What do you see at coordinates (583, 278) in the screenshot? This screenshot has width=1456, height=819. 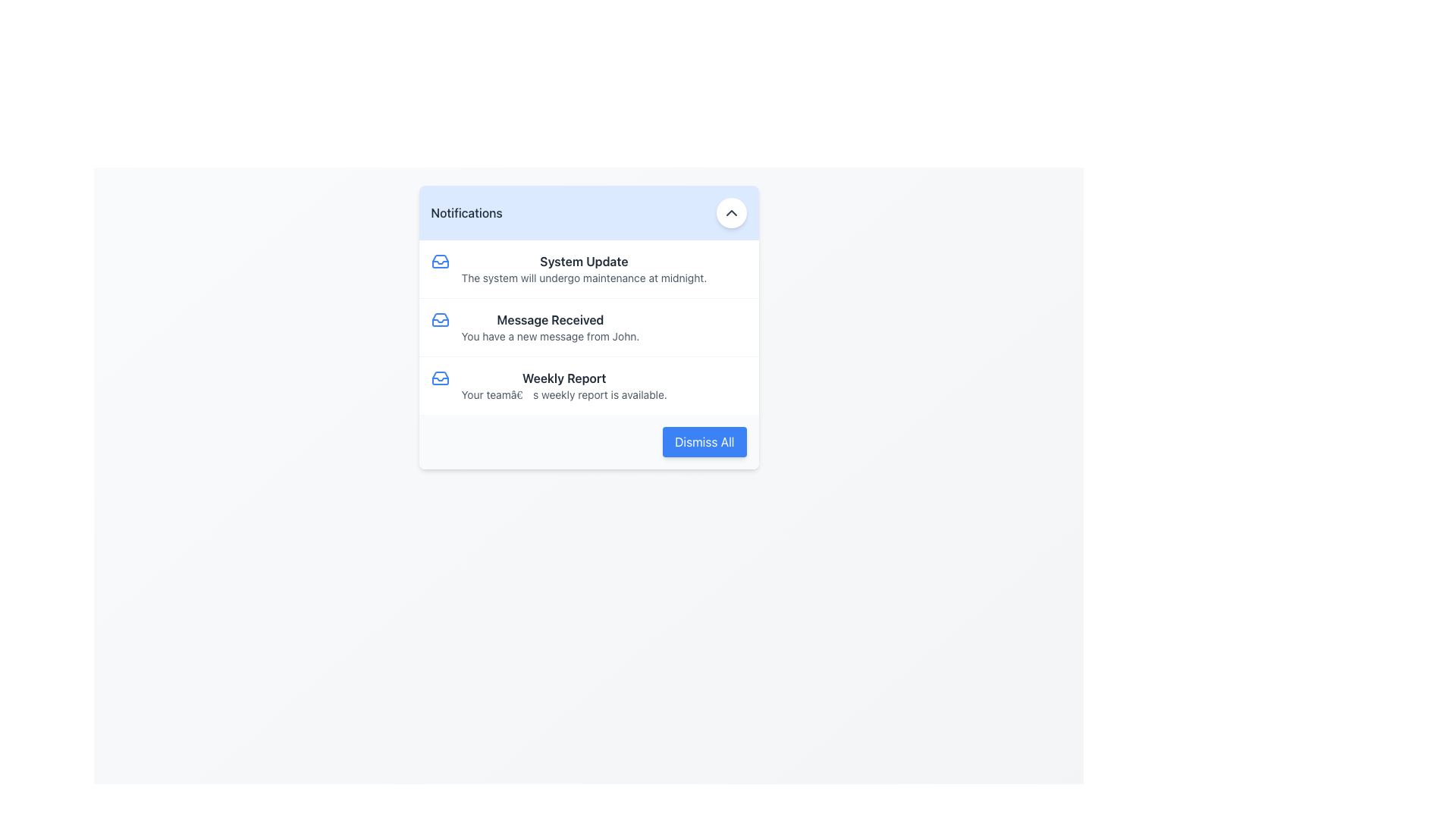 I see `information displayed in the text string 'The system will undergo maintenance at midnight.' which is positioned directly below the bold text 'System Update' in the notification entry` at bounding box center [583, 278].